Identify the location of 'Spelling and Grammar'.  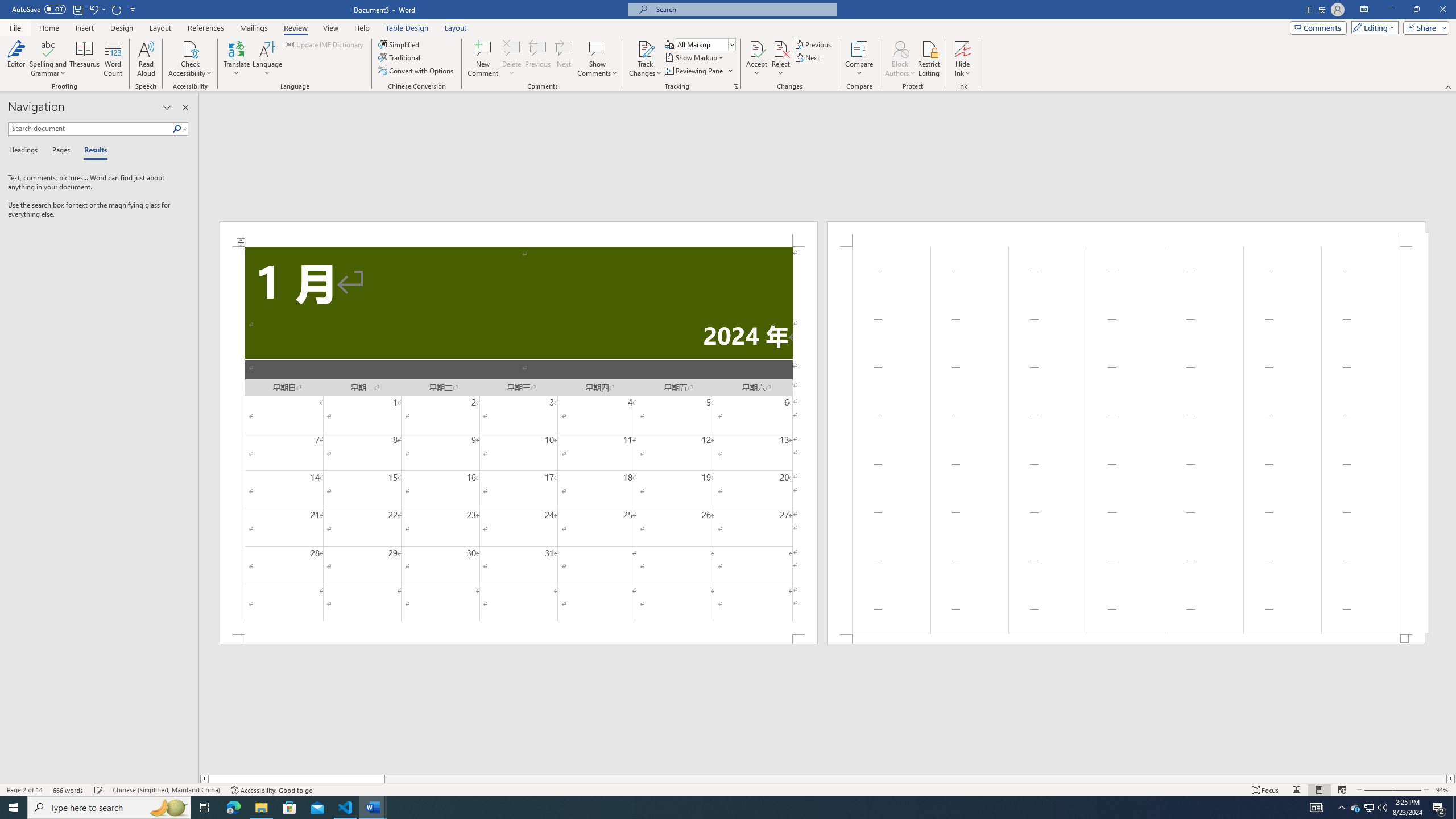
(48, 48).